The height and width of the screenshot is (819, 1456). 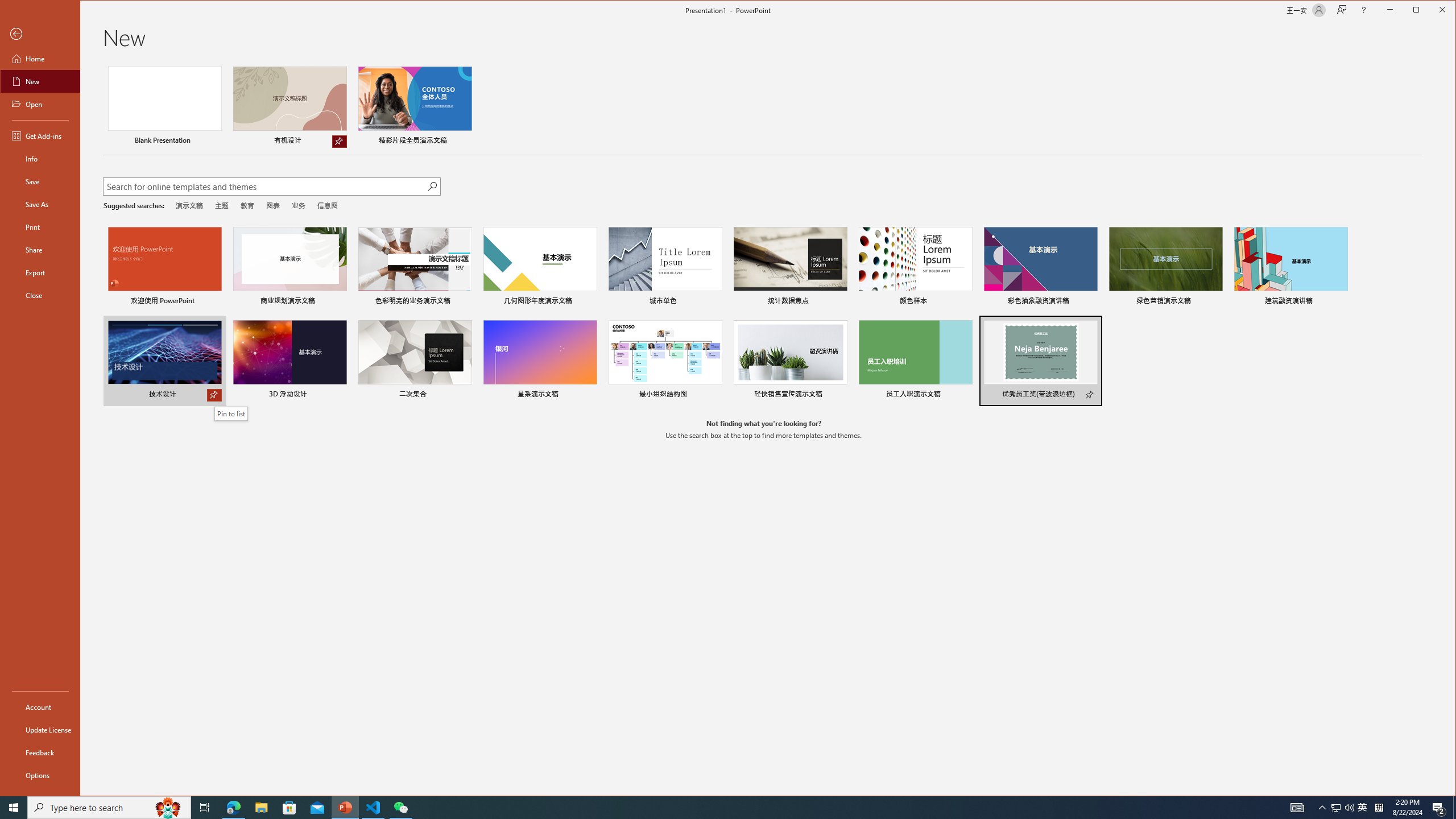 I want to click on 'Get Add-ins', so click(x=39, y=135).